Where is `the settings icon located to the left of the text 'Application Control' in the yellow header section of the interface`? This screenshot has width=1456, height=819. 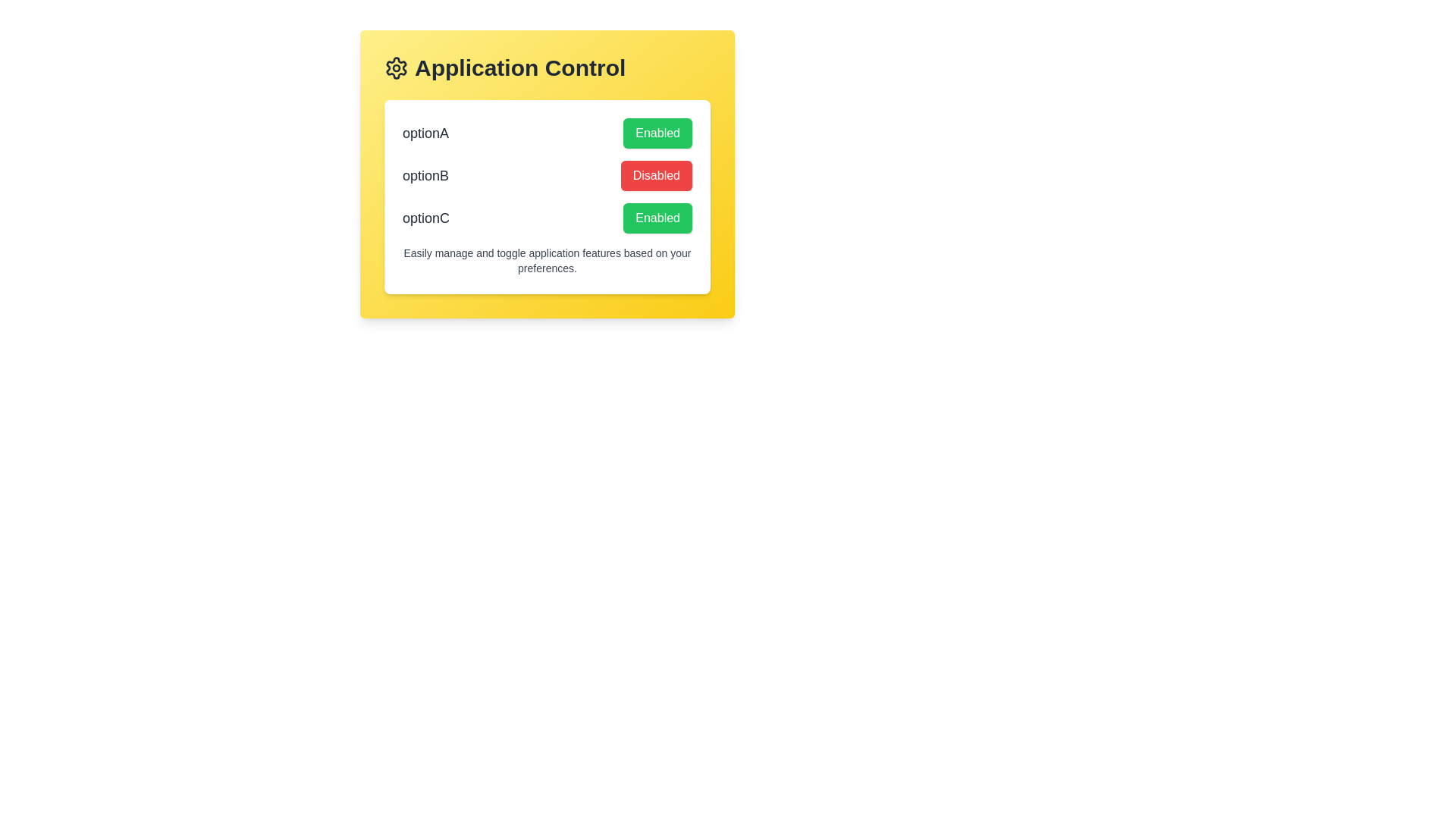
the settings icon located to the left of the text 'Application Control' in the yellow header section of the interface is located at coordinates (397, 67).